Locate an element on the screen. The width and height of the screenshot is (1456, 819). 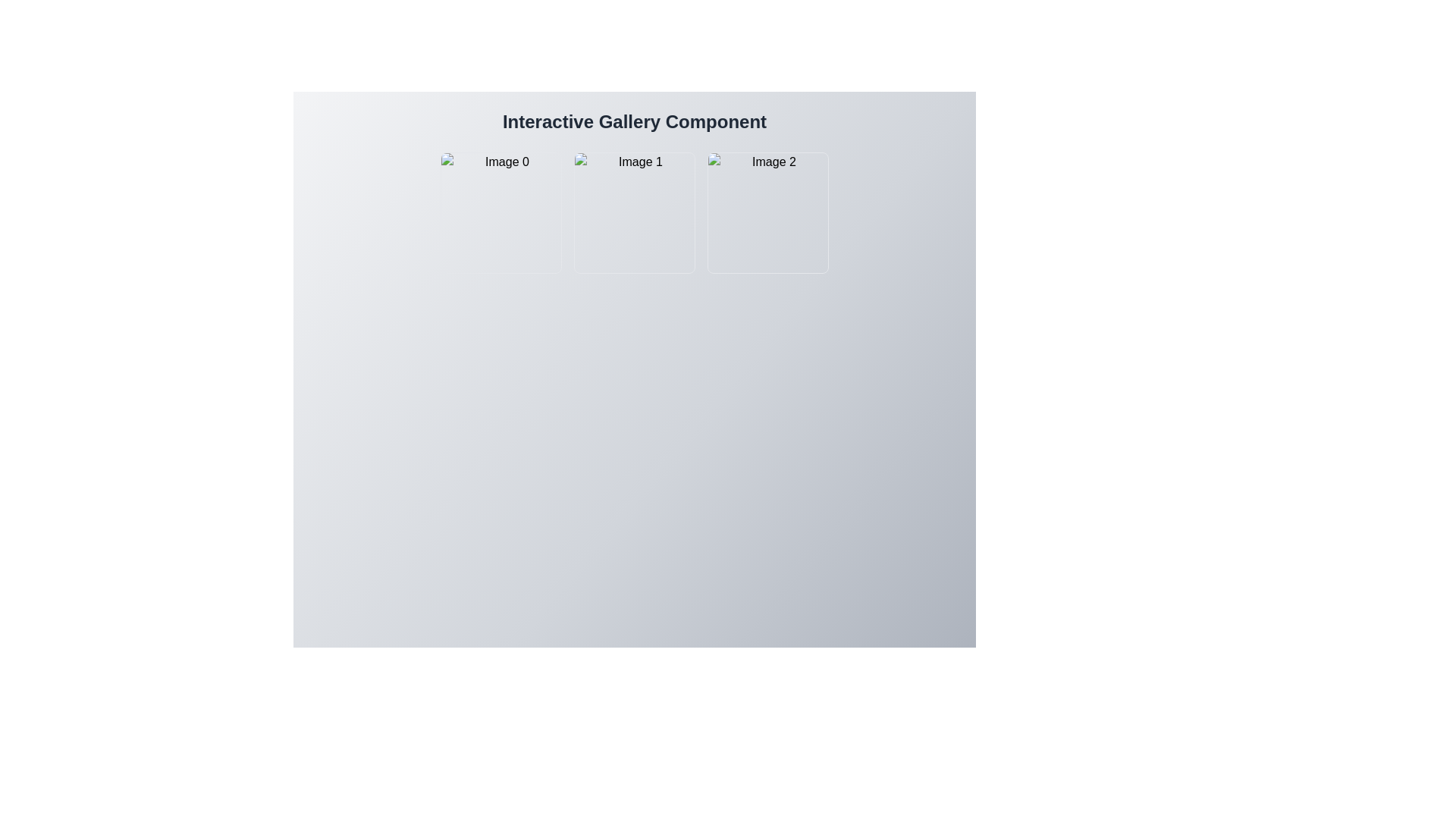
the first gallery thumbnail labeled 'Image 0' is located at coordinates (501, 213).